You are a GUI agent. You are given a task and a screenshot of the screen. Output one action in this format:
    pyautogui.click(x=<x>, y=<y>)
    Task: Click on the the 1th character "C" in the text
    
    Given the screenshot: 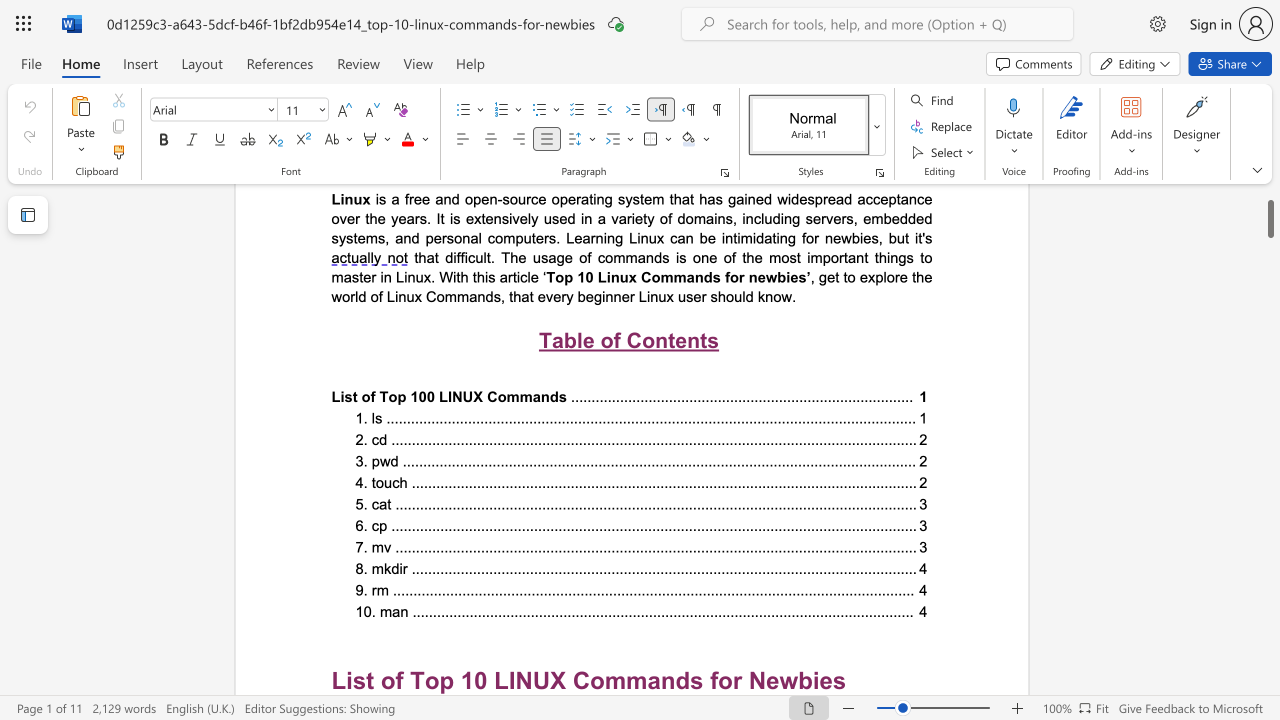 What is the action you would take?
    pyautogui.click(x=580, y=679)
    